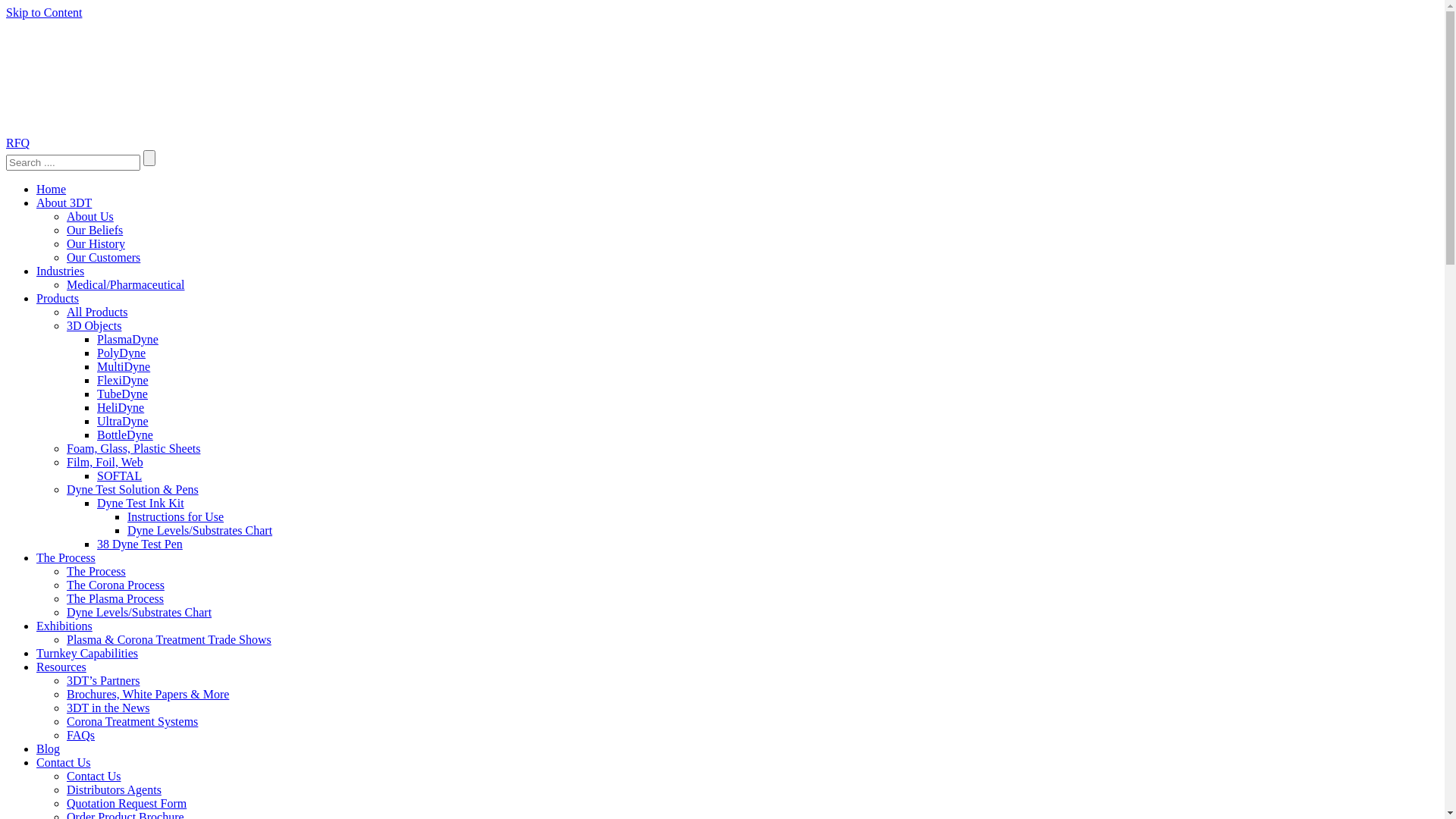 The image size is (1456, 819). Describe the element at coordinates (132, 720) in the screenshot. I see `'Corona Treatment Systems'` at that location.